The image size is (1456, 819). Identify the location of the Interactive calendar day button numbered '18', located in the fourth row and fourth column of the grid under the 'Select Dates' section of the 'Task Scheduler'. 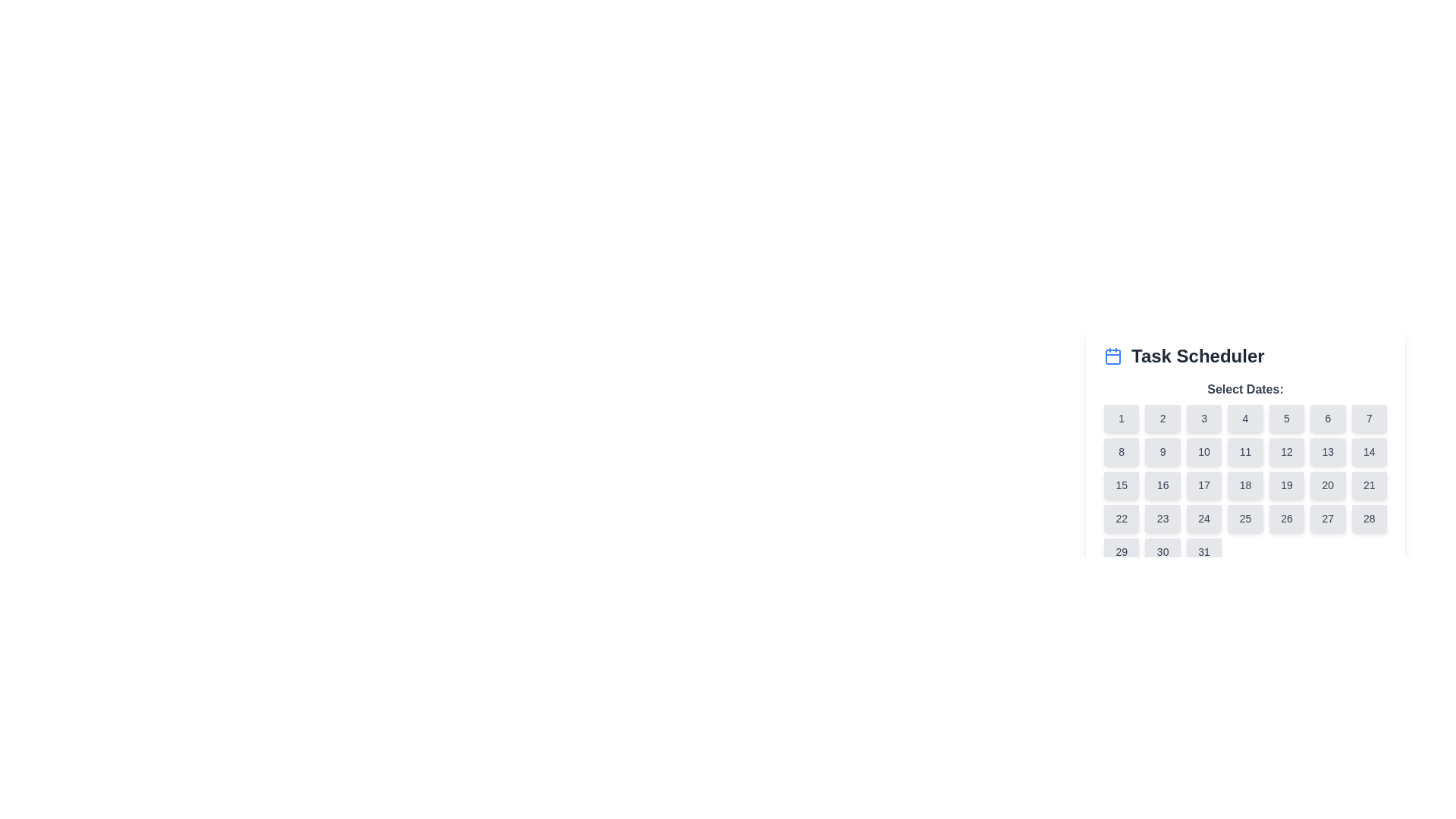
(1245, 485).